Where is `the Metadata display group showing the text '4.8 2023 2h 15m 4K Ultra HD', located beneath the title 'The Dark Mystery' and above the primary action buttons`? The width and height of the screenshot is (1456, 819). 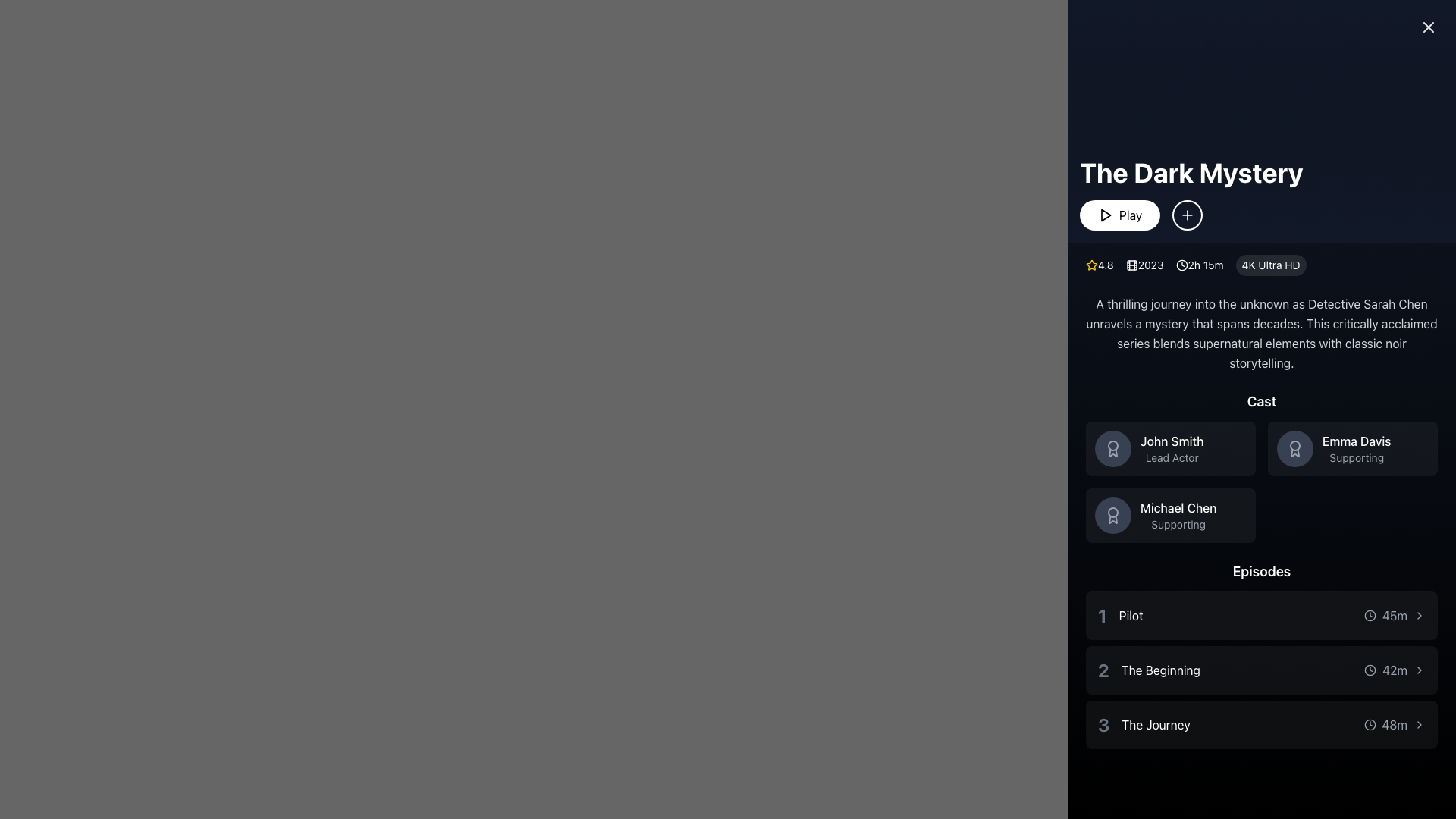
the Metadata display group showing the text '4.8 2023 2h 15m 4K Ultra HD', located beneath the title 'The Dark Mystery' and above the primary action buttons is located at coordinates (1262, 265).